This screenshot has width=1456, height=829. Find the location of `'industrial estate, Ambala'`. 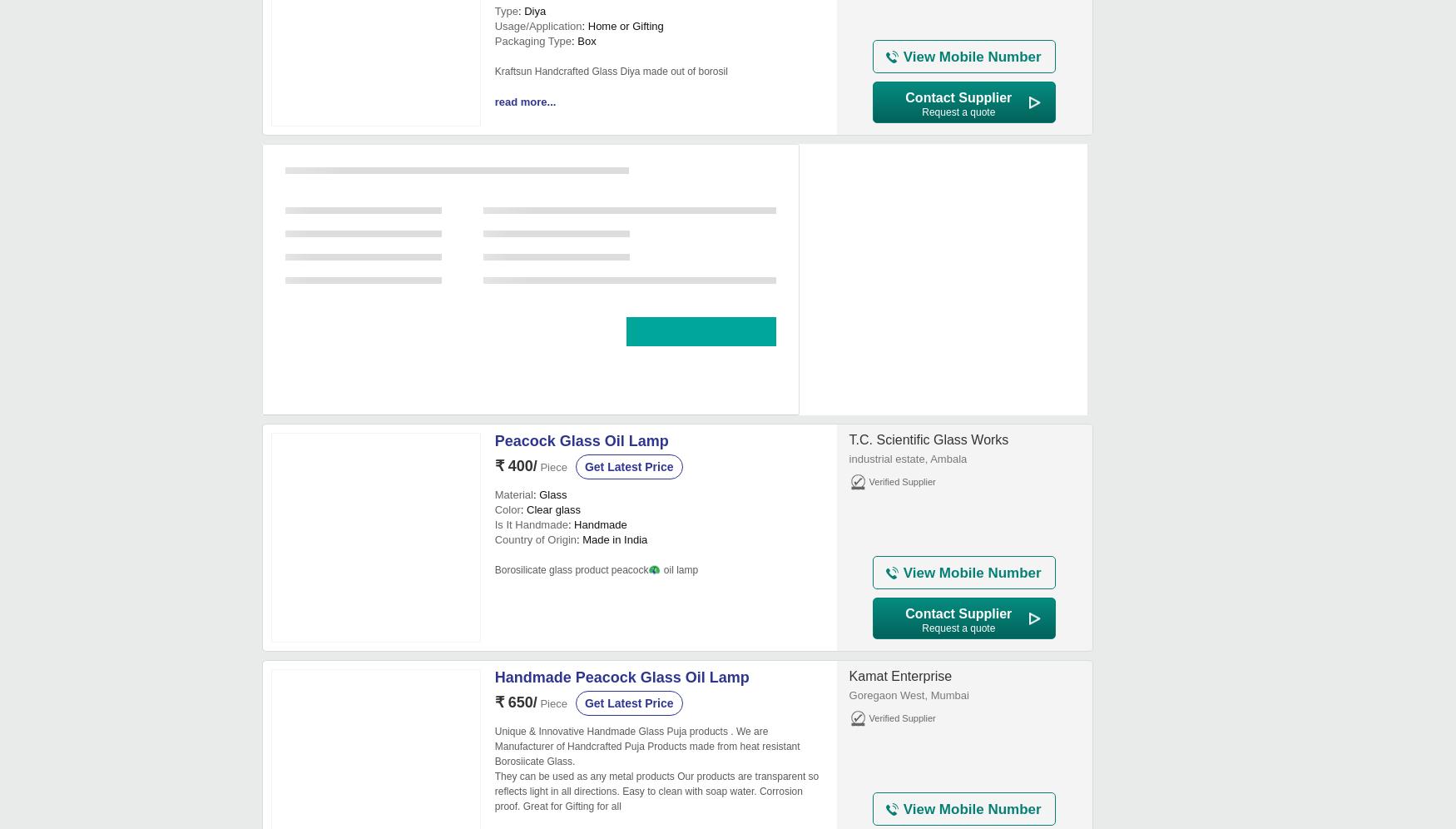

'industrial estate, Ambala' is located at coordinates (907, 458).